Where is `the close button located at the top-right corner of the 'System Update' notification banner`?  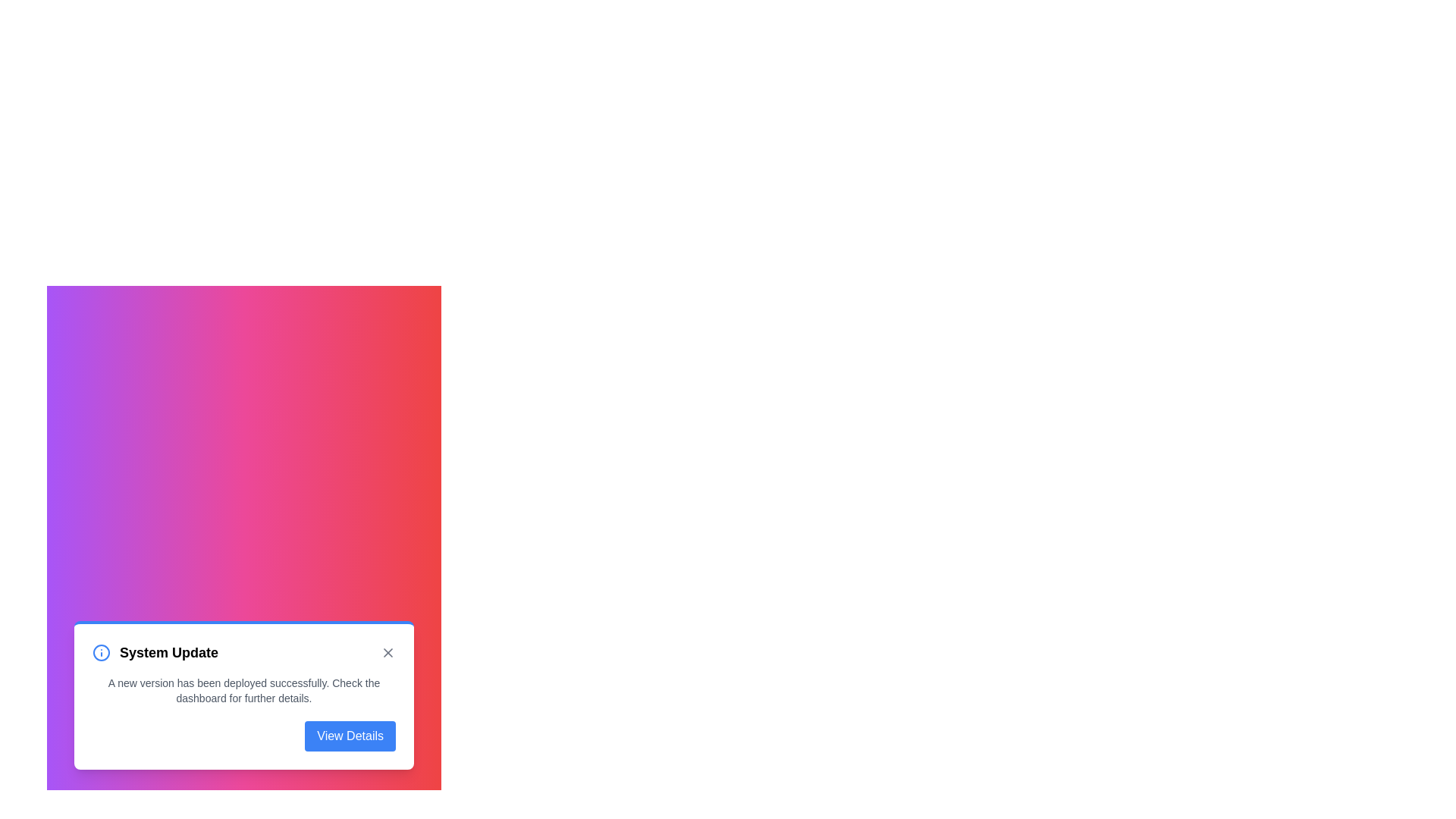
the close button located at the top-right corner of the 'System Update' notification banner is located at coordinates (388, 651).